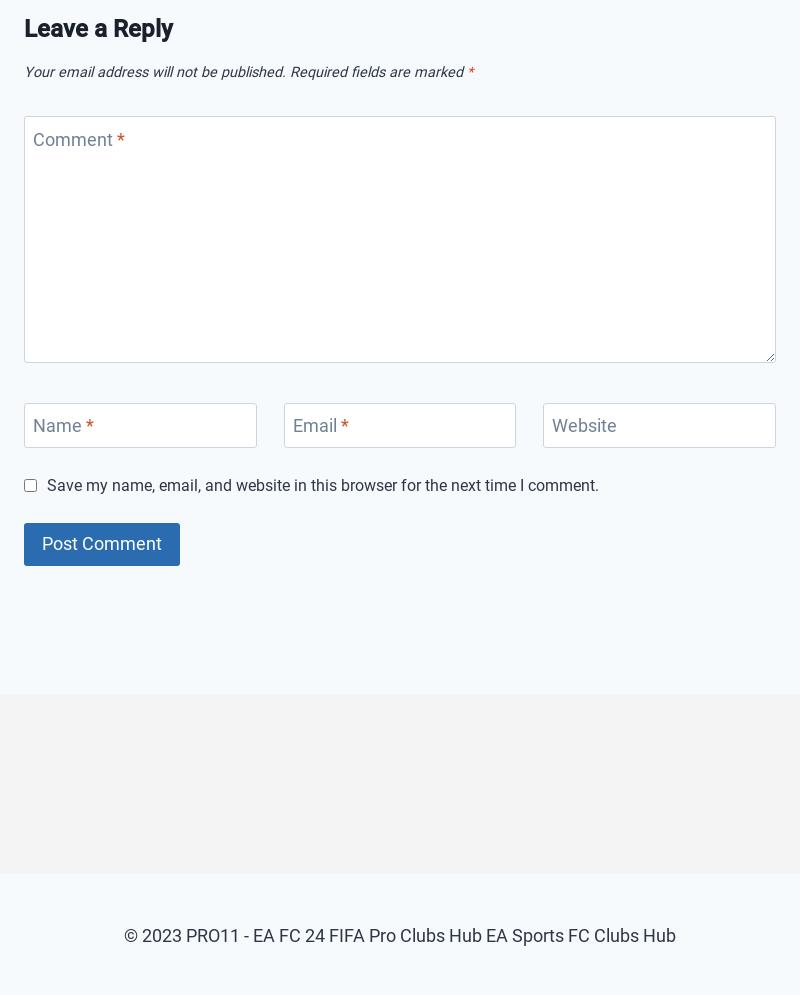  I want to click on 'Comment', so click(33, 138).